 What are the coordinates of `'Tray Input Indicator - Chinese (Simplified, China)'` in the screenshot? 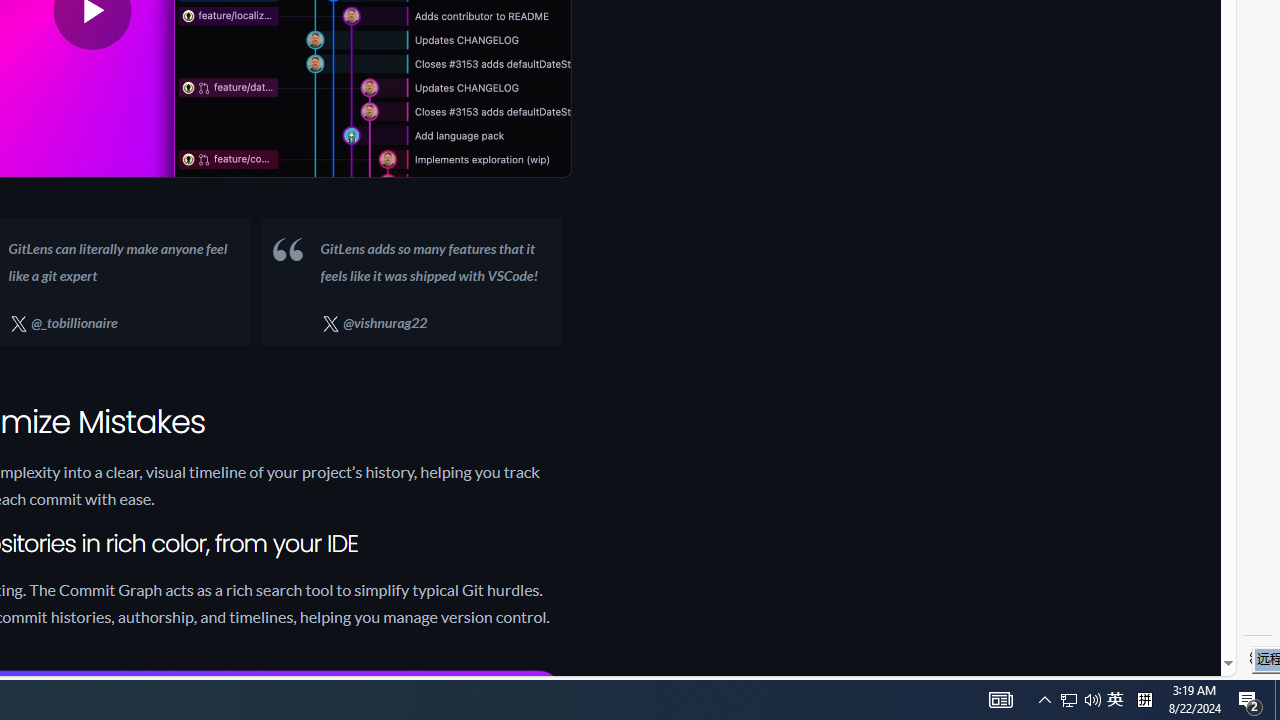 It's located at (1144, 698).